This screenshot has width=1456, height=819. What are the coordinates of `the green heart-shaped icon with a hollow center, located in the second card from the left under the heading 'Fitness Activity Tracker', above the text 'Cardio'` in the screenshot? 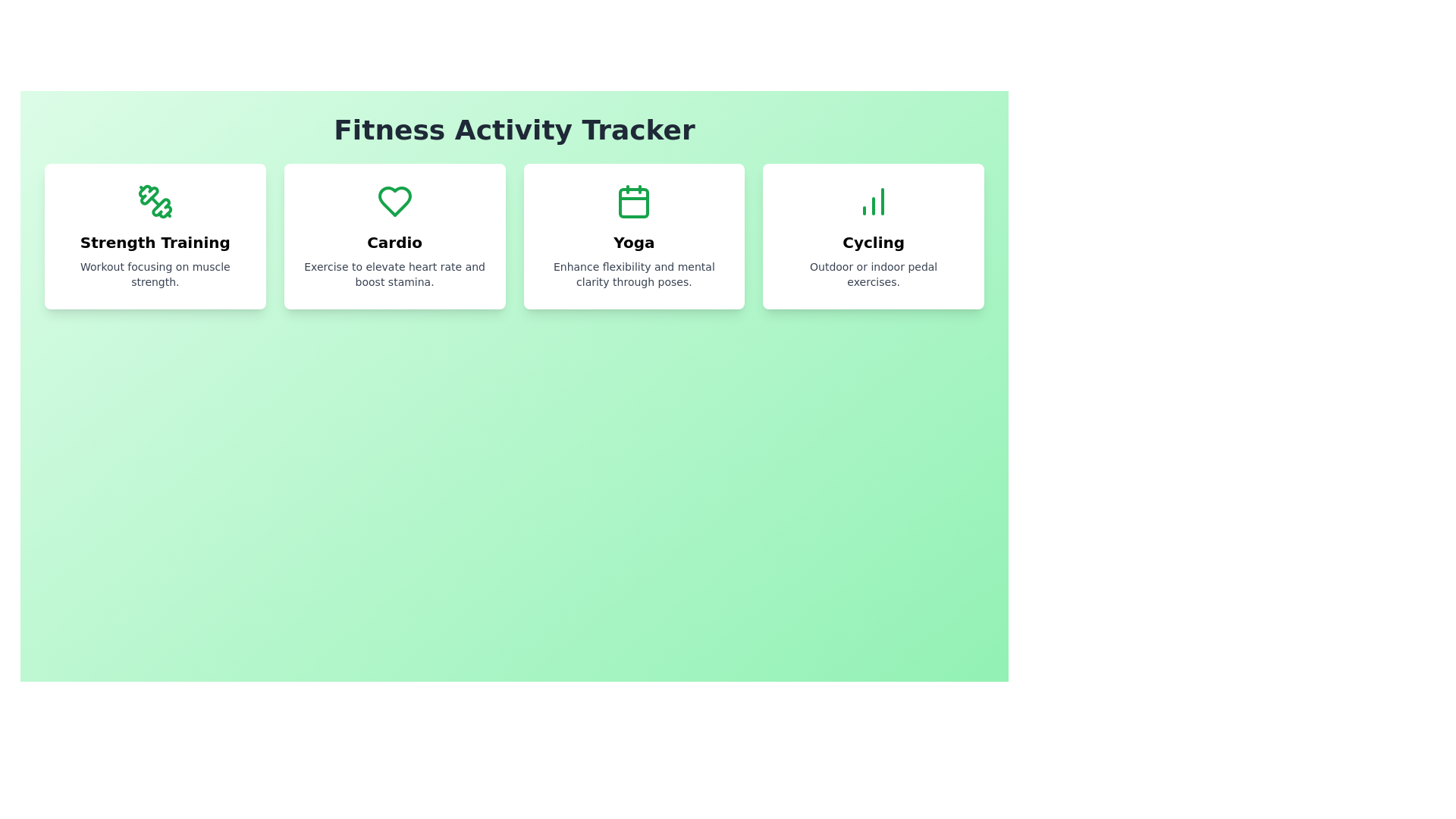 It's located at (394, 201).